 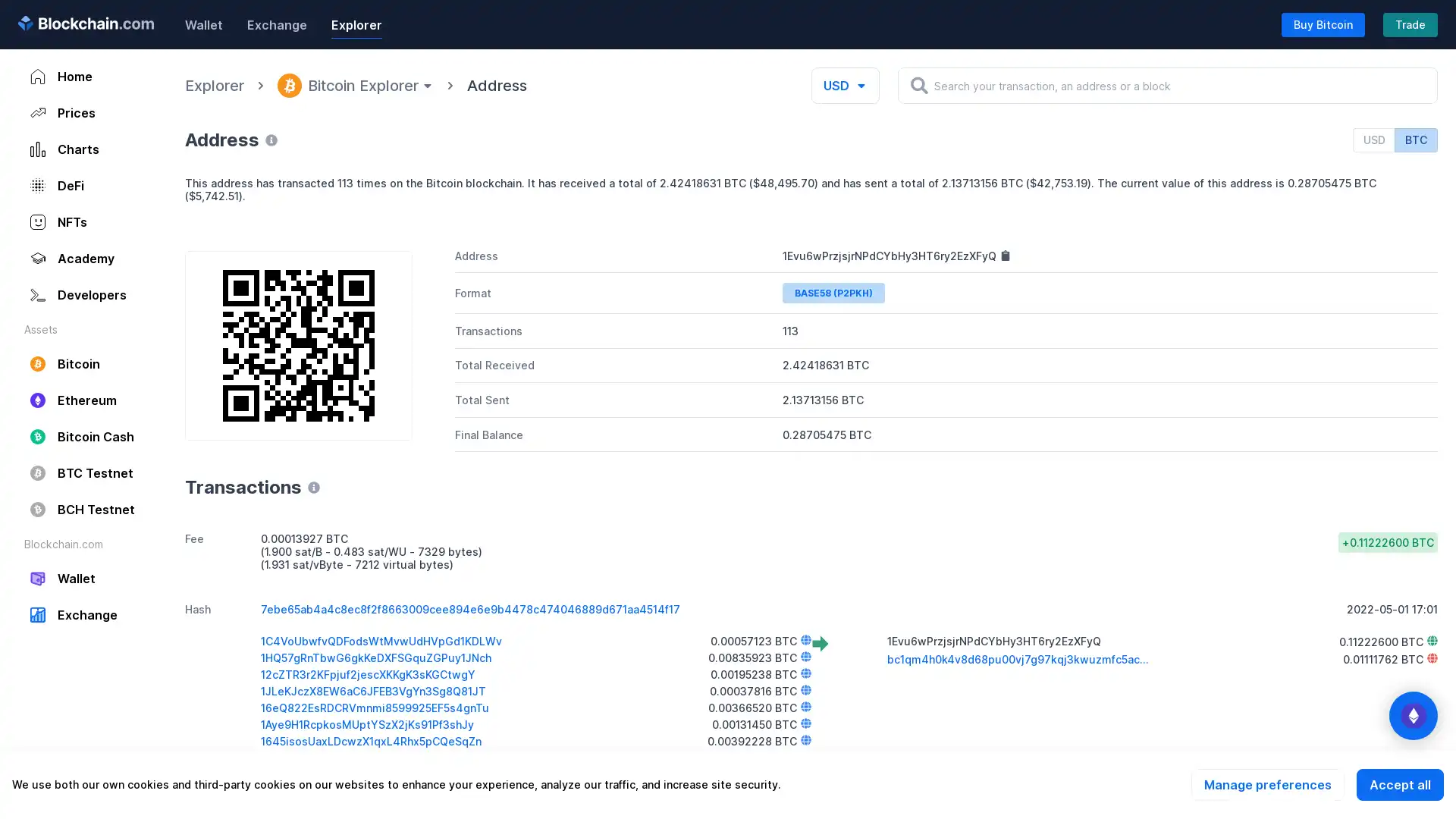 I want to click on alternating coins, so click(x=1412, y=716).